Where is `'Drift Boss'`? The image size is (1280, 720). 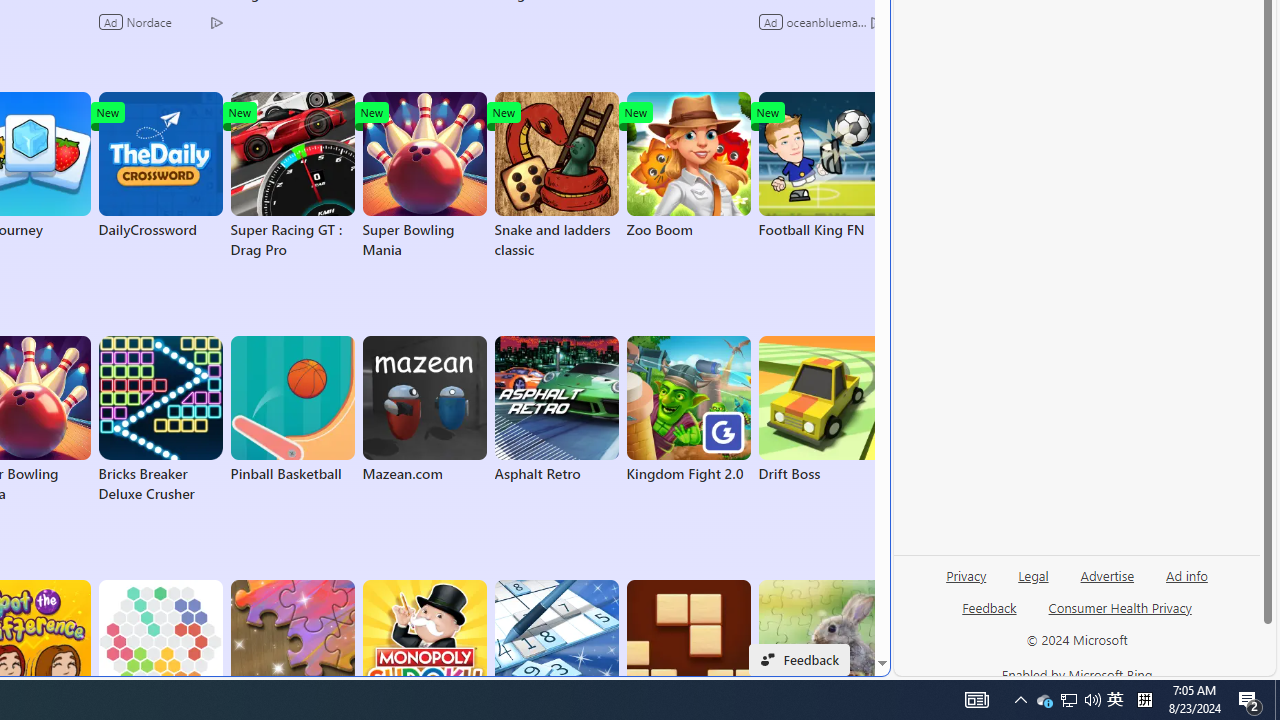 'Drift Boss' is located at coordinates (820, 409).